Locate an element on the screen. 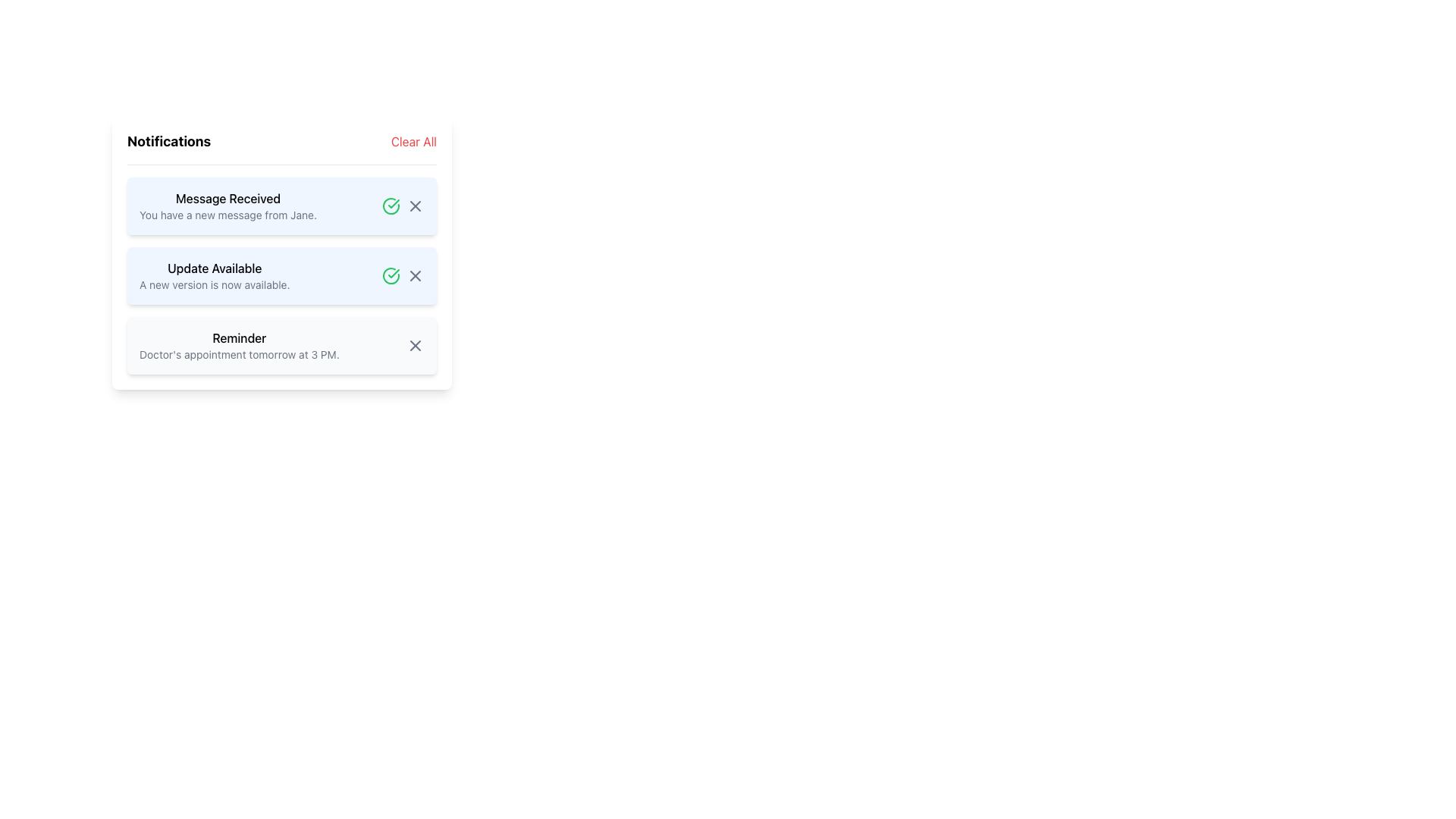 This screenshot has height=819, width=1456. the text label displaying 'You have a new message from Jane.' which is located beneath the heading 'Message Received' in the first notification item is located at coordinates (227, 215).